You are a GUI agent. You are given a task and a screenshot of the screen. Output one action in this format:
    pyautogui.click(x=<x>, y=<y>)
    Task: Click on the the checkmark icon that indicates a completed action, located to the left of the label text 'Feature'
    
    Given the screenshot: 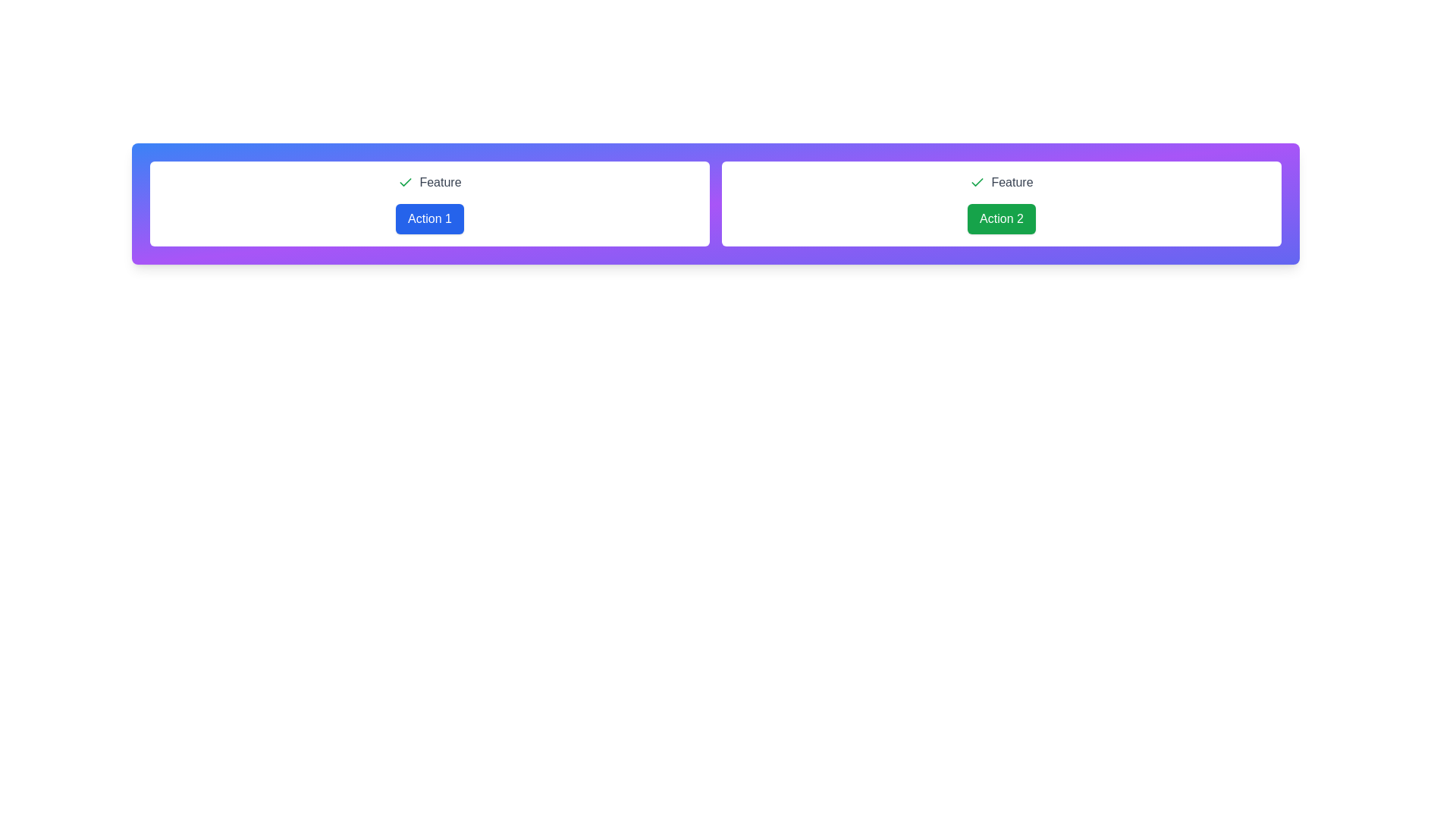 What is the action you would take?
    pyautogui.click(x=406, y=181)
    